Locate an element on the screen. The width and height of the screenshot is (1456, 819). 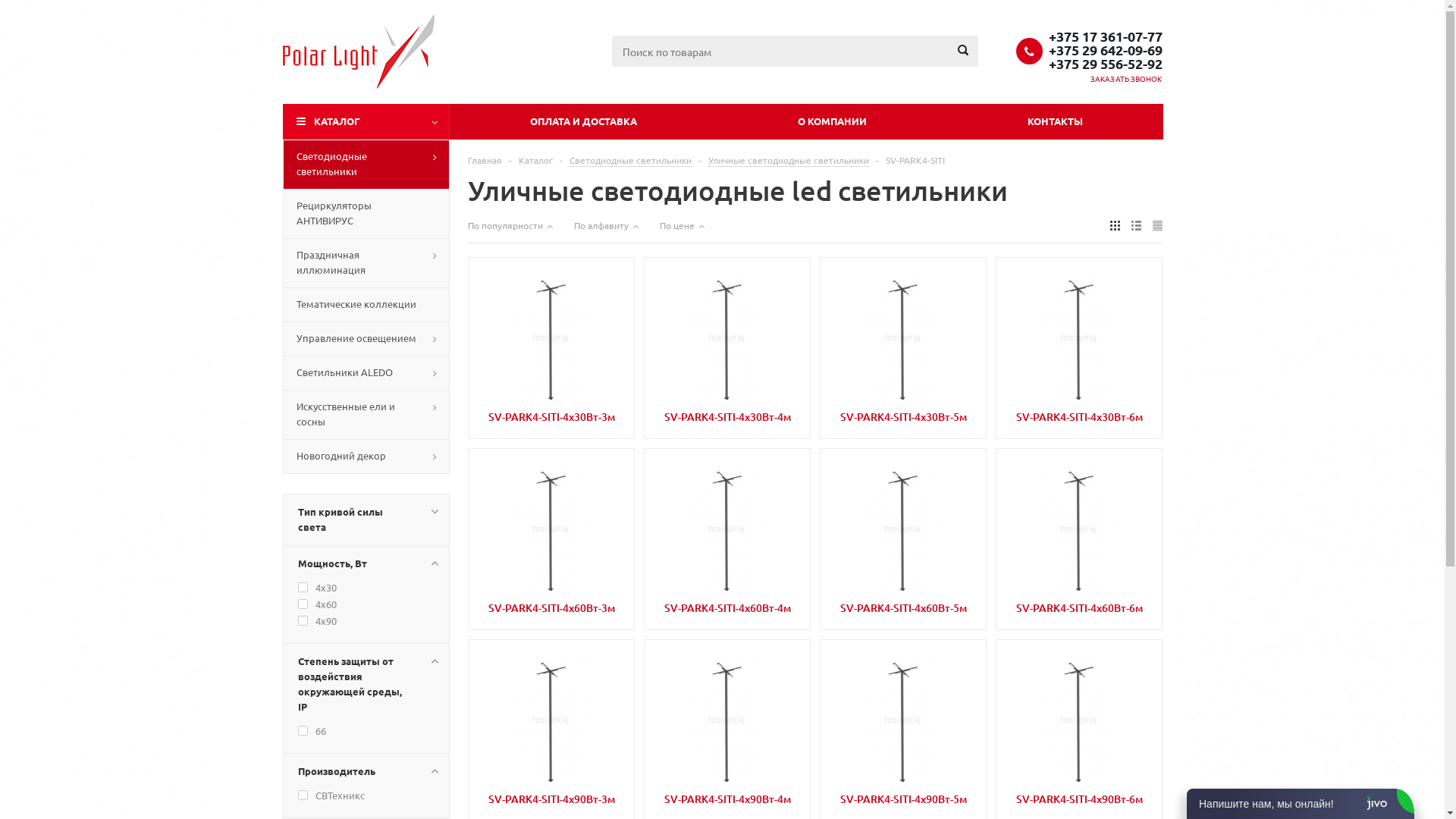
'Y' is located at coordinates (0, 5).